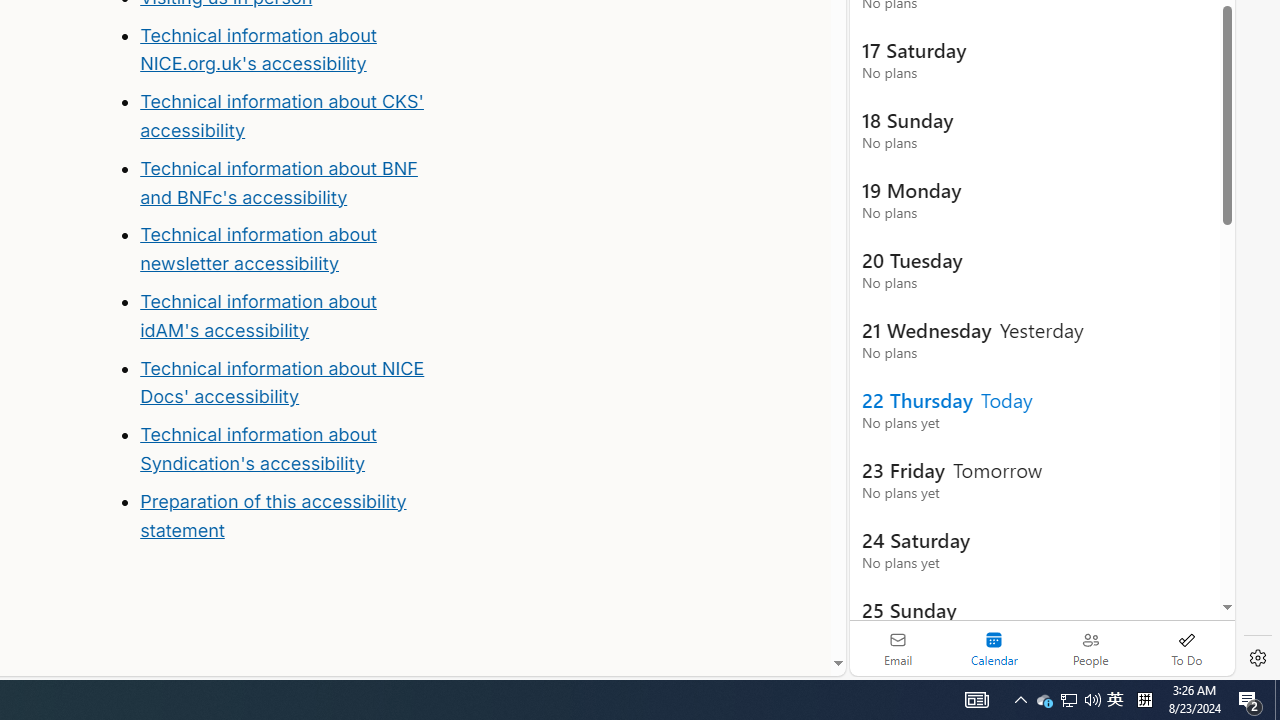 The width and height of the screenshot is (1280, 720). Describe the element at coordinates (257, 48) in the screenshot. I see `'Technical information about NICE.org.uk'` at that location.